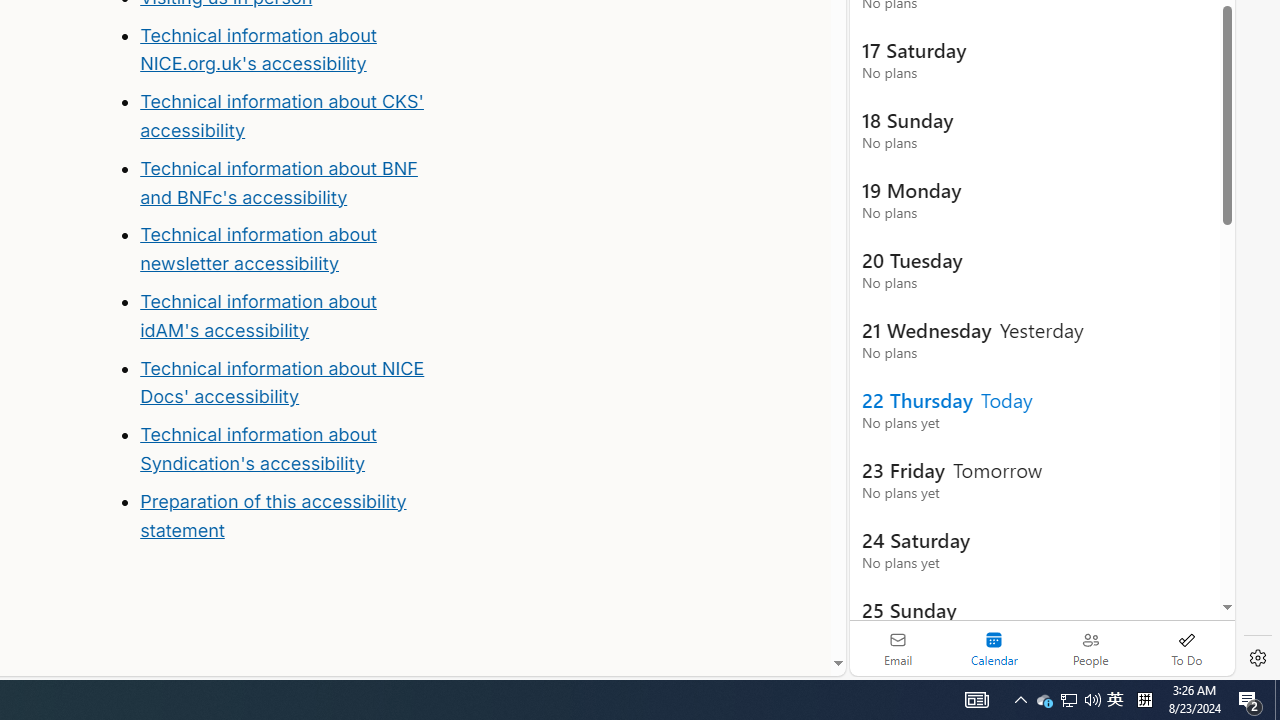 The width and height of the screenshot is (1280, 720). Describe the element at coordinates (257, 48) in the screenshot. I see `'Technical information about NICE.org.uk'` at that location.